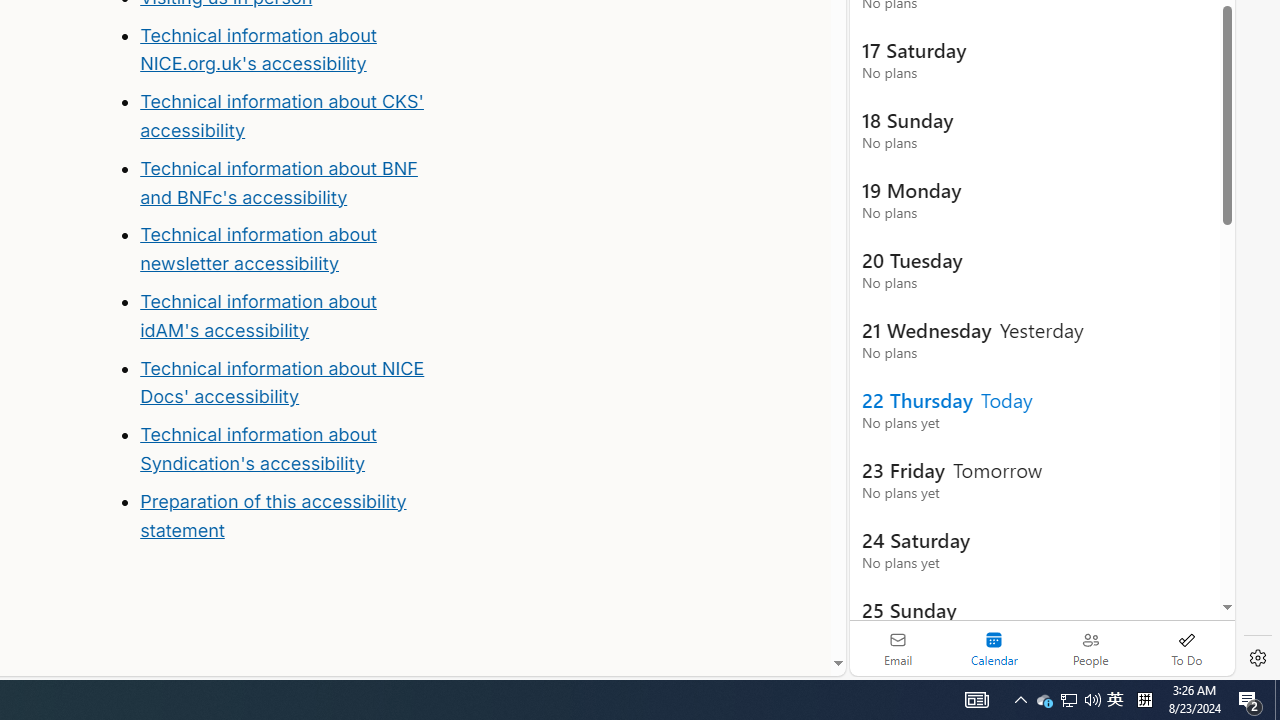 The width and height of the screenshot is (1280, 720). Describe the element at coordinates (257, 48) in the screenshot. I see `'Technical information about NICE.org.uk'` at that location.